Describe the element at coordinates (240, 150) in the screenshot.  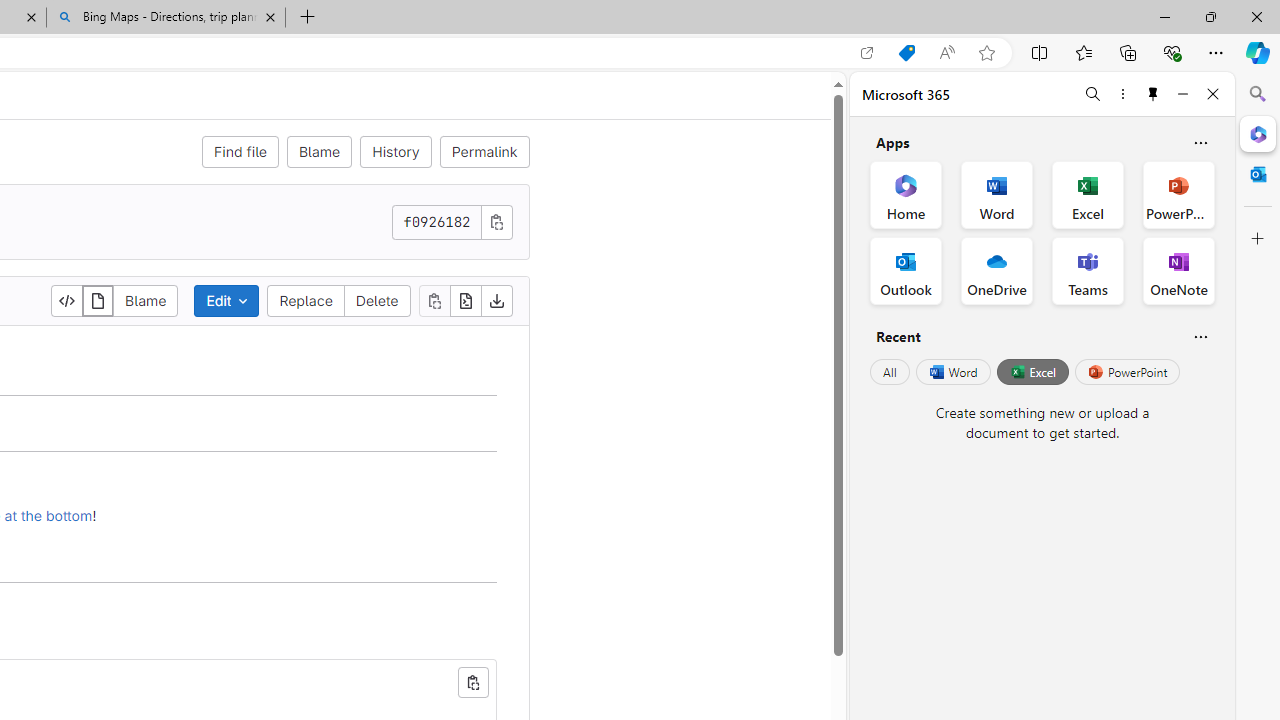
I see `'Find file'` at that location.